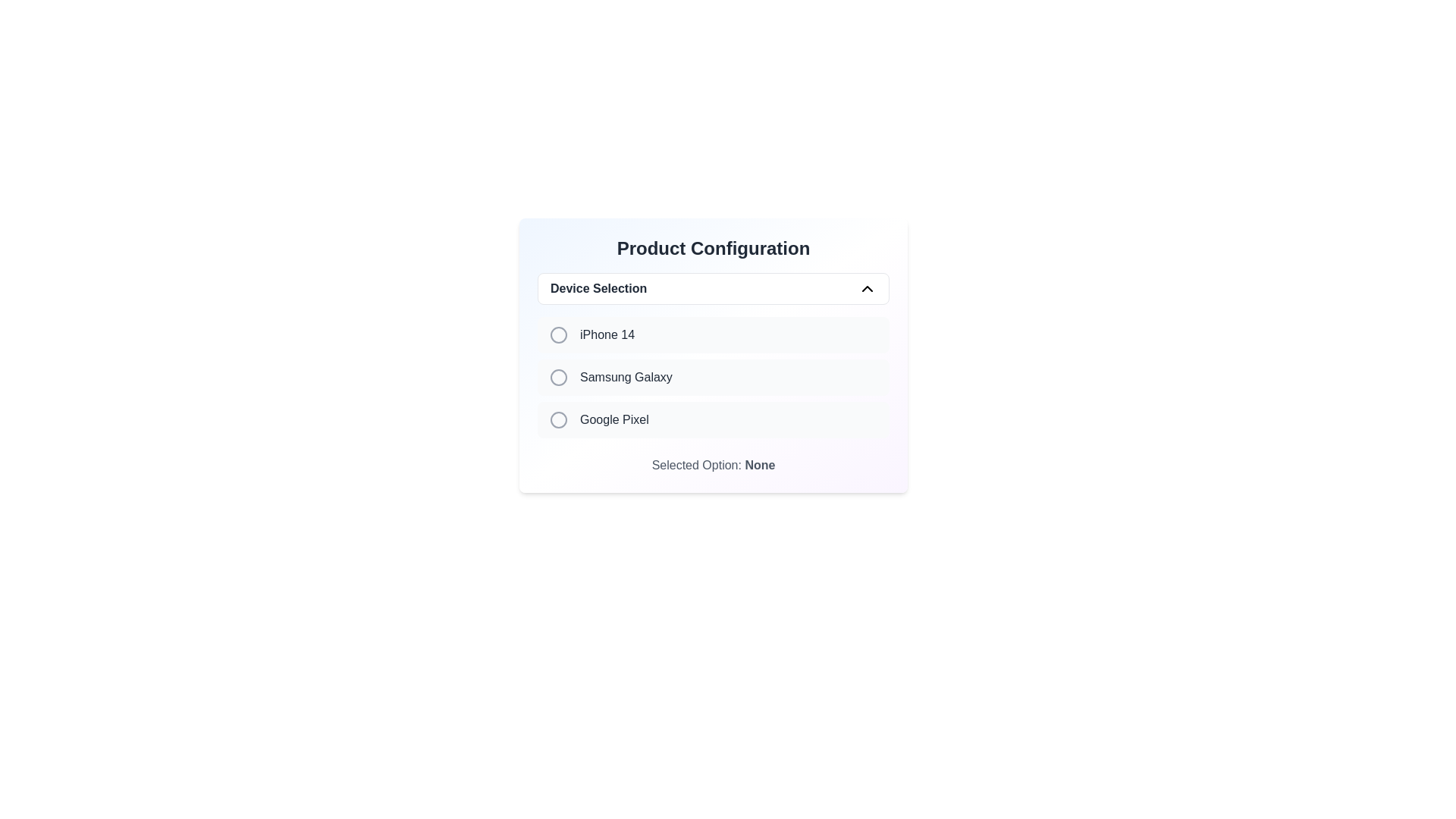  I want to click on the first radio button in the 'Device Selection' section under the 'Product Configuration' card, so click(558, 334).